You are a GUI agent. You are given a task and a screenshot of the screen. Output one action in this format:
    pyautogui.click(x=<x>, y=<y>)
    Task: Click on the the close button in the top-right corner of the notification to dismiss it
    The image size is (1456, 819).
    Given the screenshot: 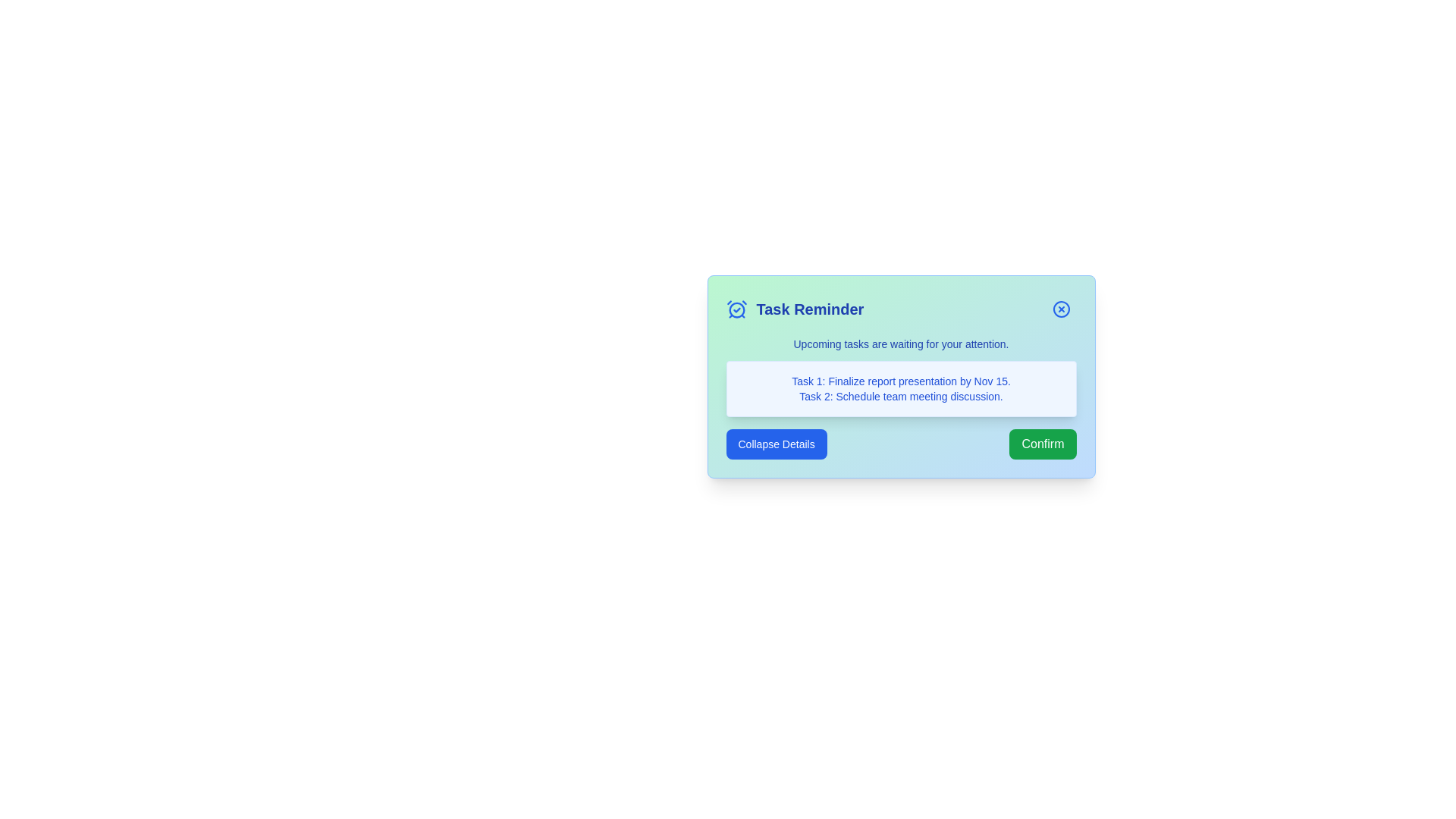 What is the action you would take?
    pyautogui.click(x=1060, y=309)
    